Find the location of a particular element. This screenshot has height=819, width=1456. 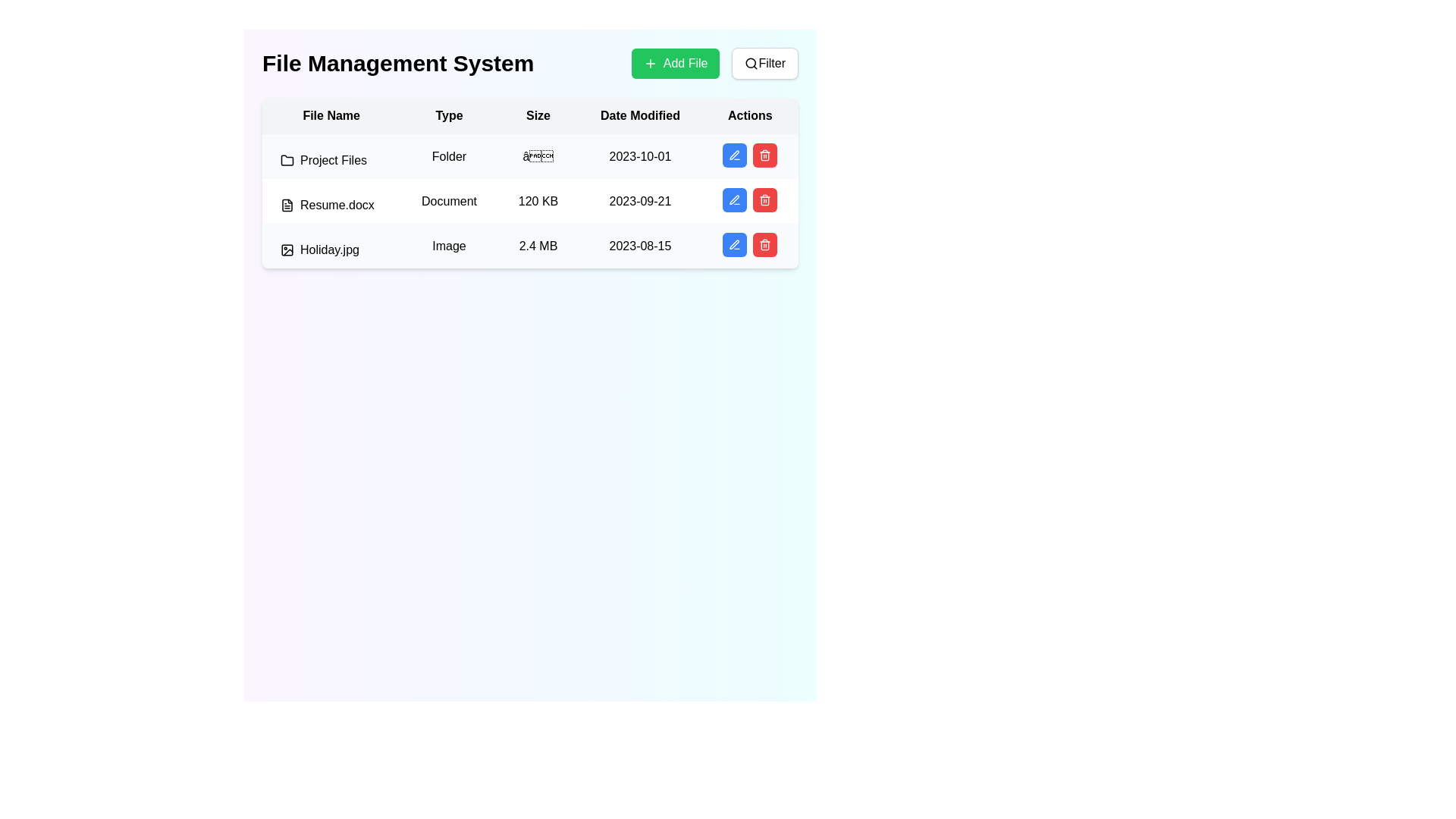

the 'Date Modified' table header label, which is the fourth column header located between the 'Size' and 'Actions' headers in the table is located at coordinates (640, 115).